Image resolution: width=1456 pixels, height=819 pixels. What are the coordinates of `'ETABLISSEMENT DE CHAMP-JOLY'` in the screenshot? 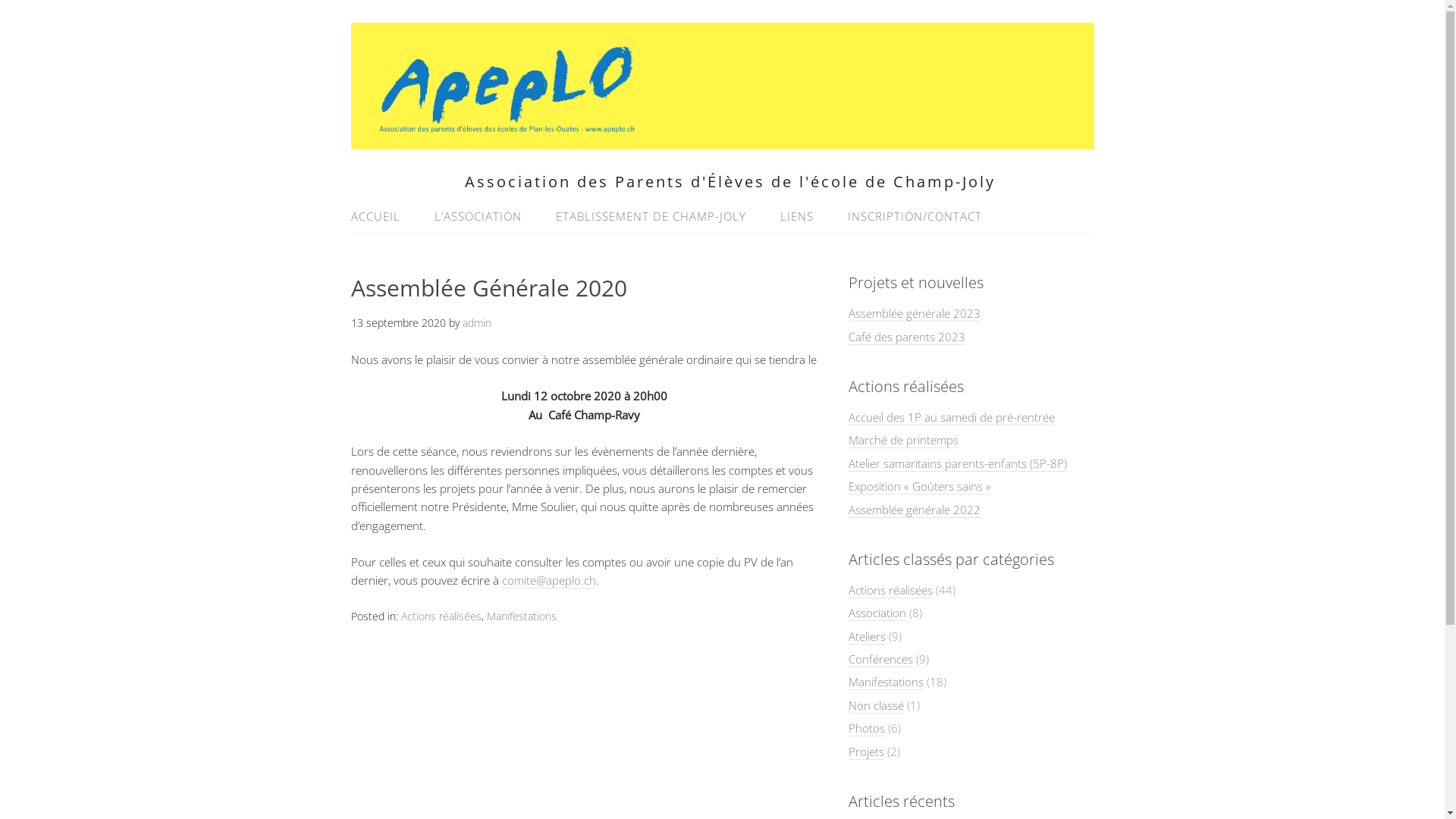 It's located at (650, 216).